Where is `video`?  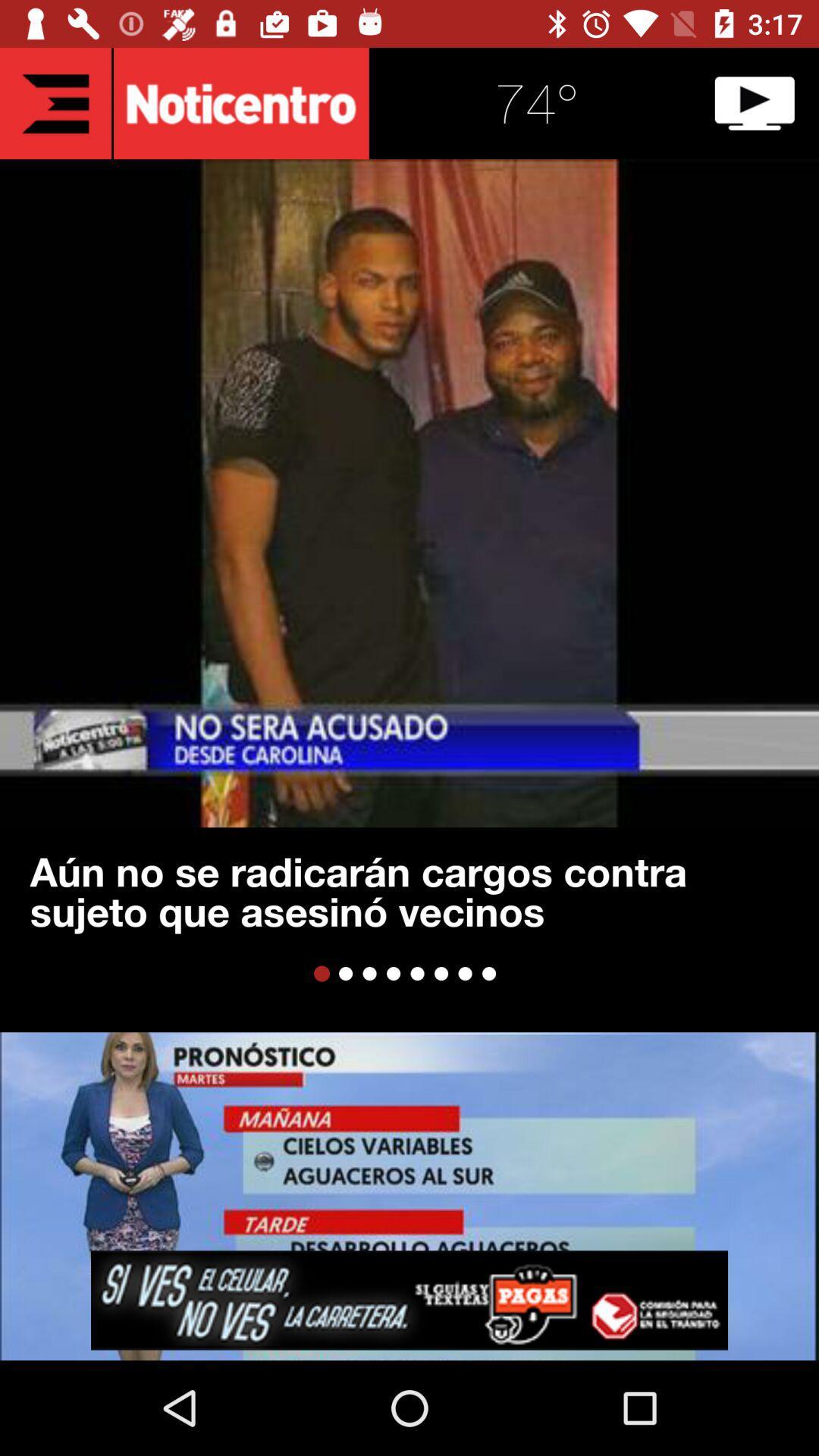
video is located at coordinates (755, 102).